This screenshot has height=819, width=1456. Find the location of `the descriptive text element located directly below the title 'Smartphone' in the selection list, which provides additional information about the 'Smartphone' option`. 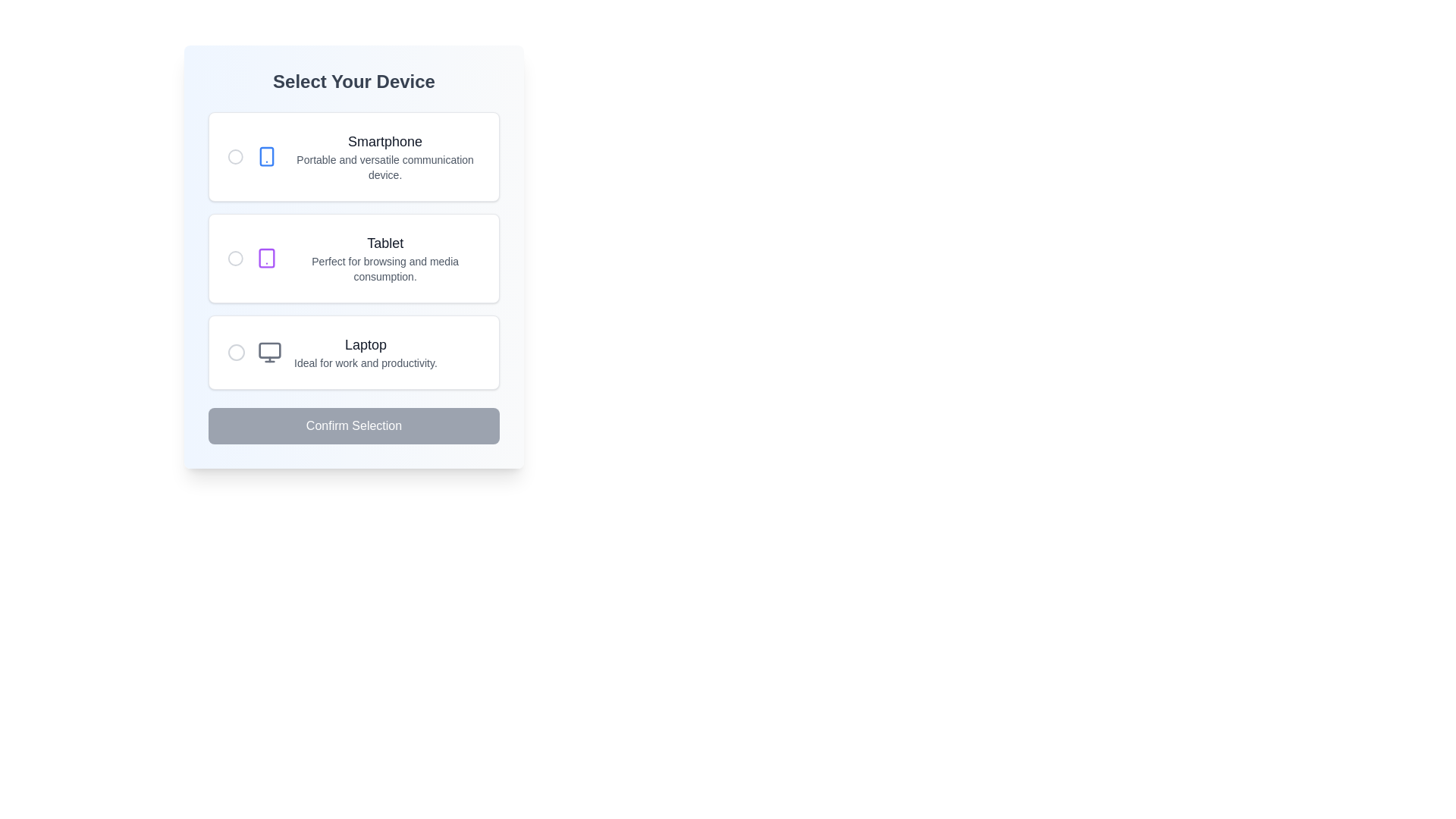

the descriptive text element located directly below the title 'Smartphone' in the selection list, which provides additional information about the 'Smartphone' option is located at coordinates (385, 167).